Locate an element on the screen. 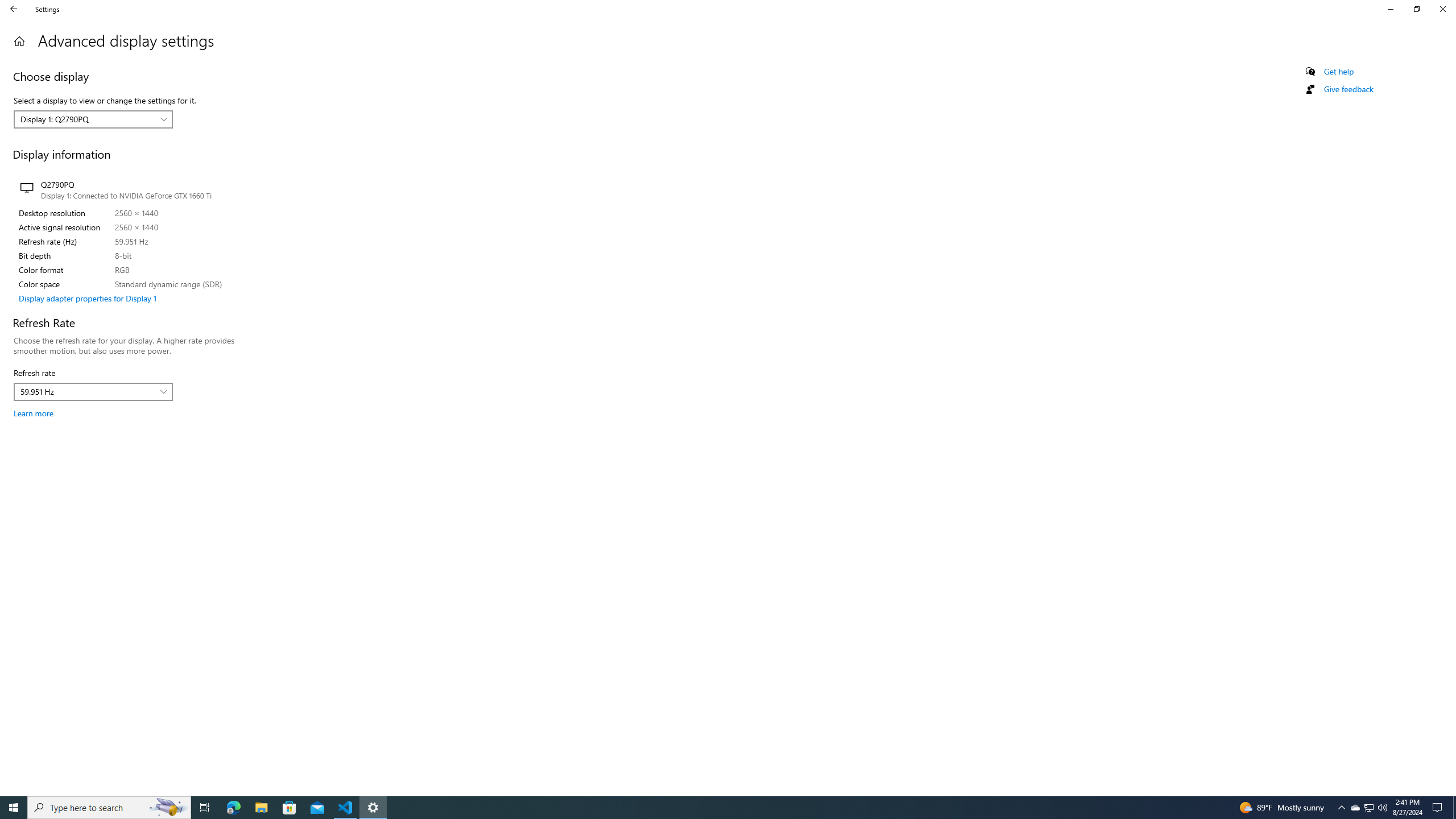 This screenshot has height=819, width=1456. 'Home' is located at coordinates (14, 9).